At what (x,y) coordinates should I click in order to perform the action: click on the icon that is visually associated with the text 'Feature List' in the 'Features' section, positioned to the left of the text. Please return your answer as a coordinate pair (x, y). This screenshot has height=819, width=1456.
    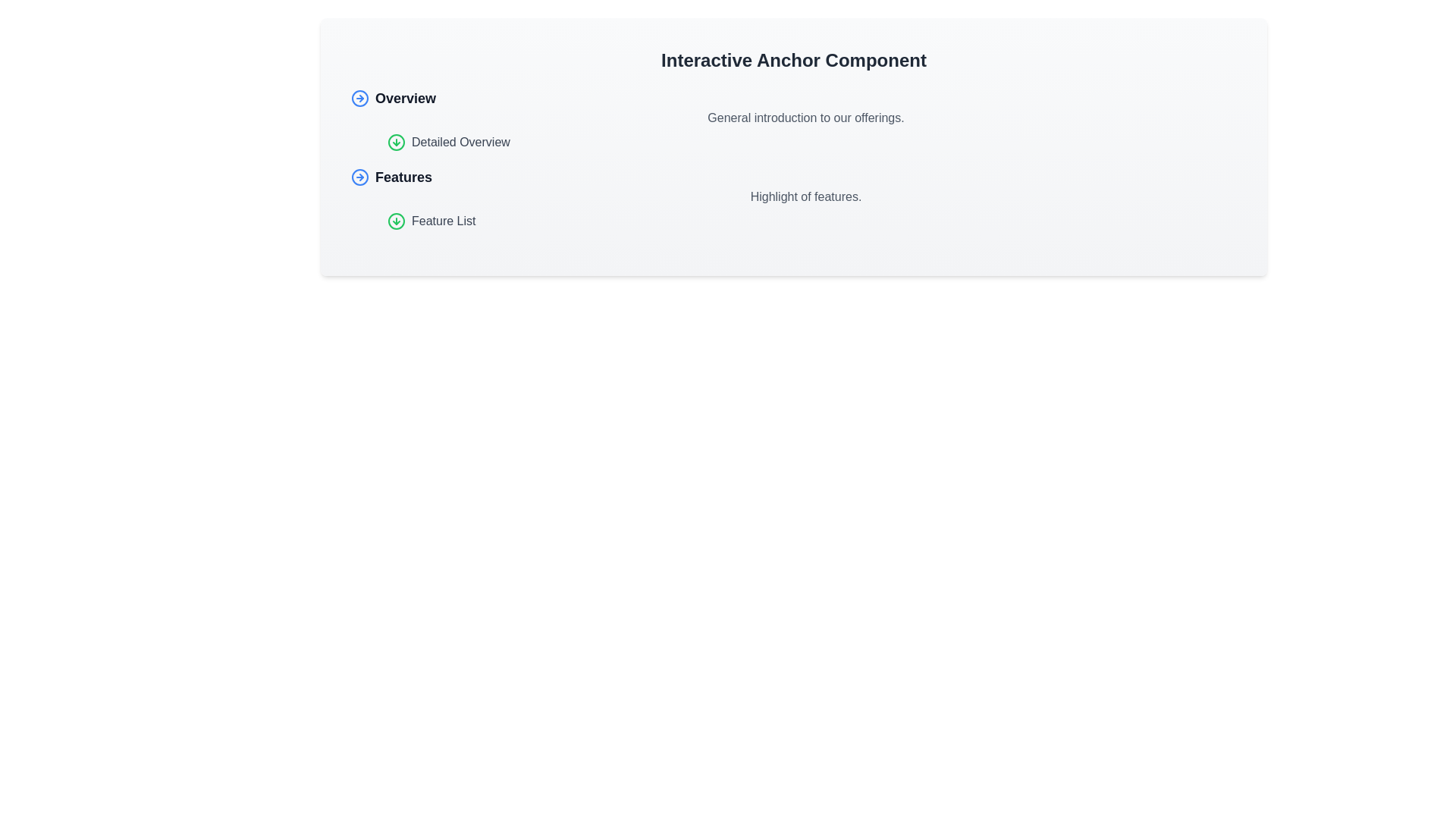
    Looking at the image, I should click on (397, 221).